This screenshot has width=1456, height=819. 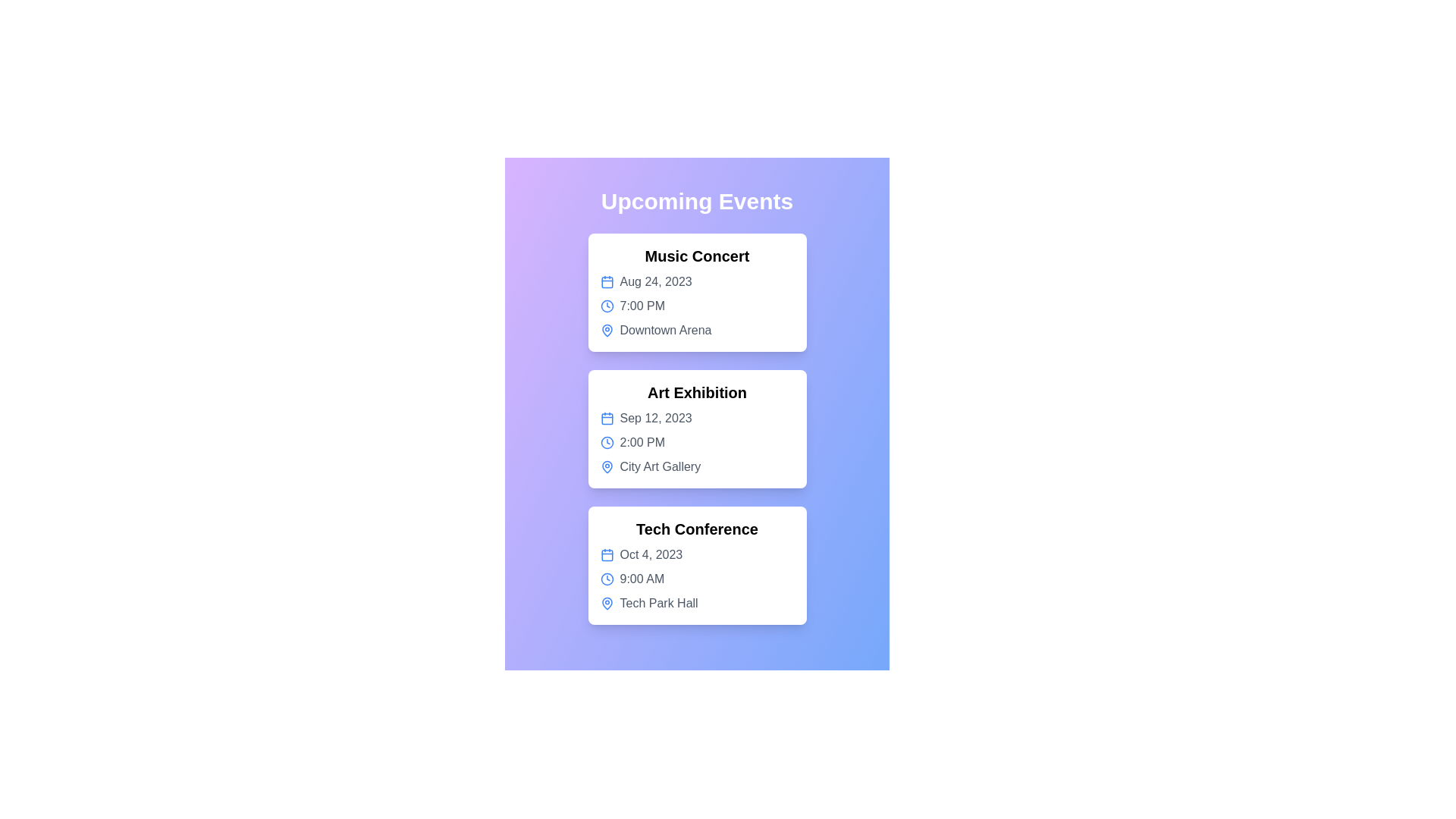 What do you see at coordinates (607, 579) in the screenshot?
I see `the outermost circular shape of the clock icon located next to '9:00 AM' for the 'Tech Conference' card in the bottom section of the interface` at bounding box center [607, 579].